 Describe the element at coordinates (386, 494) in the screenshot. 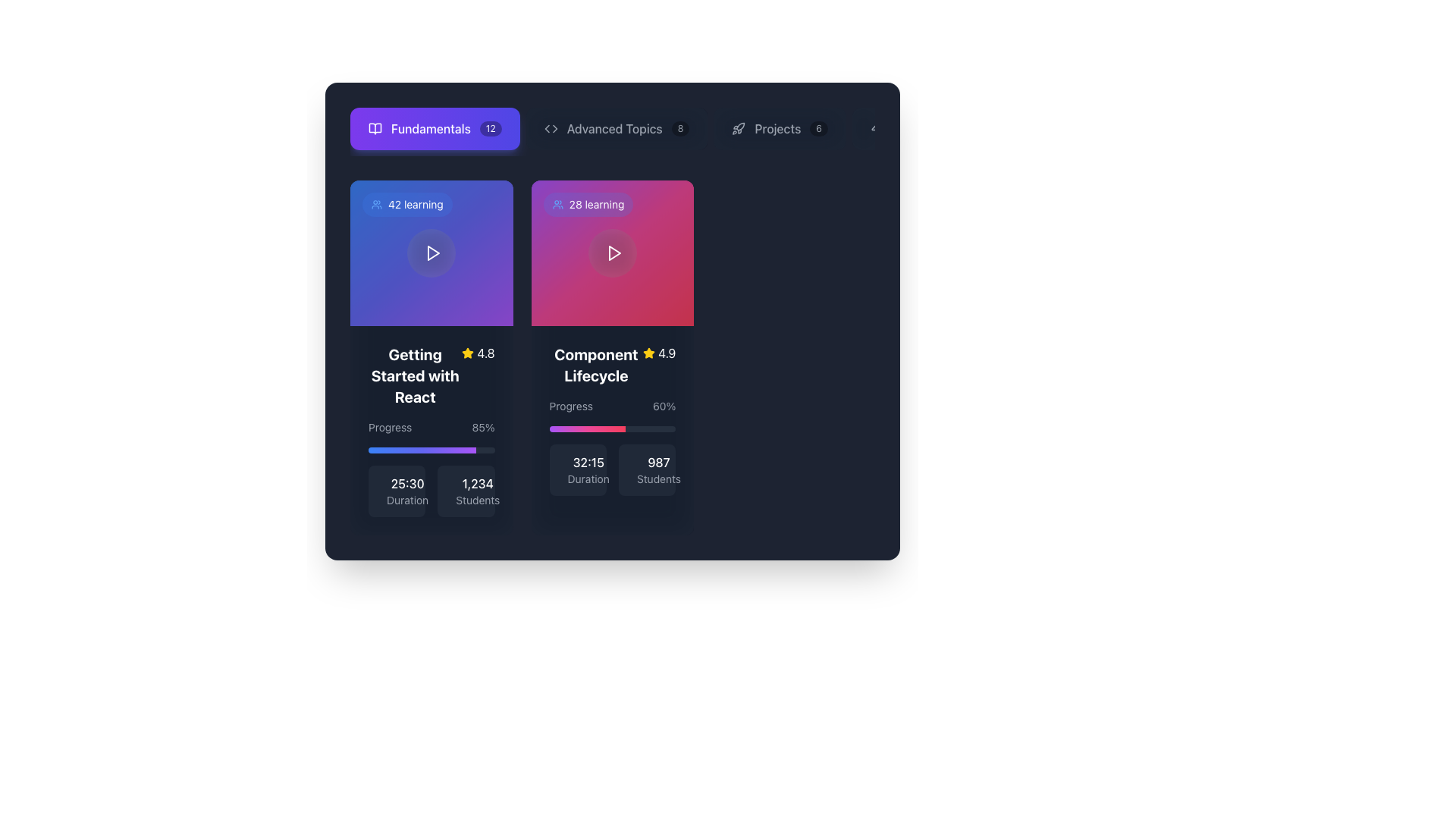

I see `the circular SVG element styled as a clock icon located in the bottom section of the 'Getting Started with React' card` at that location.